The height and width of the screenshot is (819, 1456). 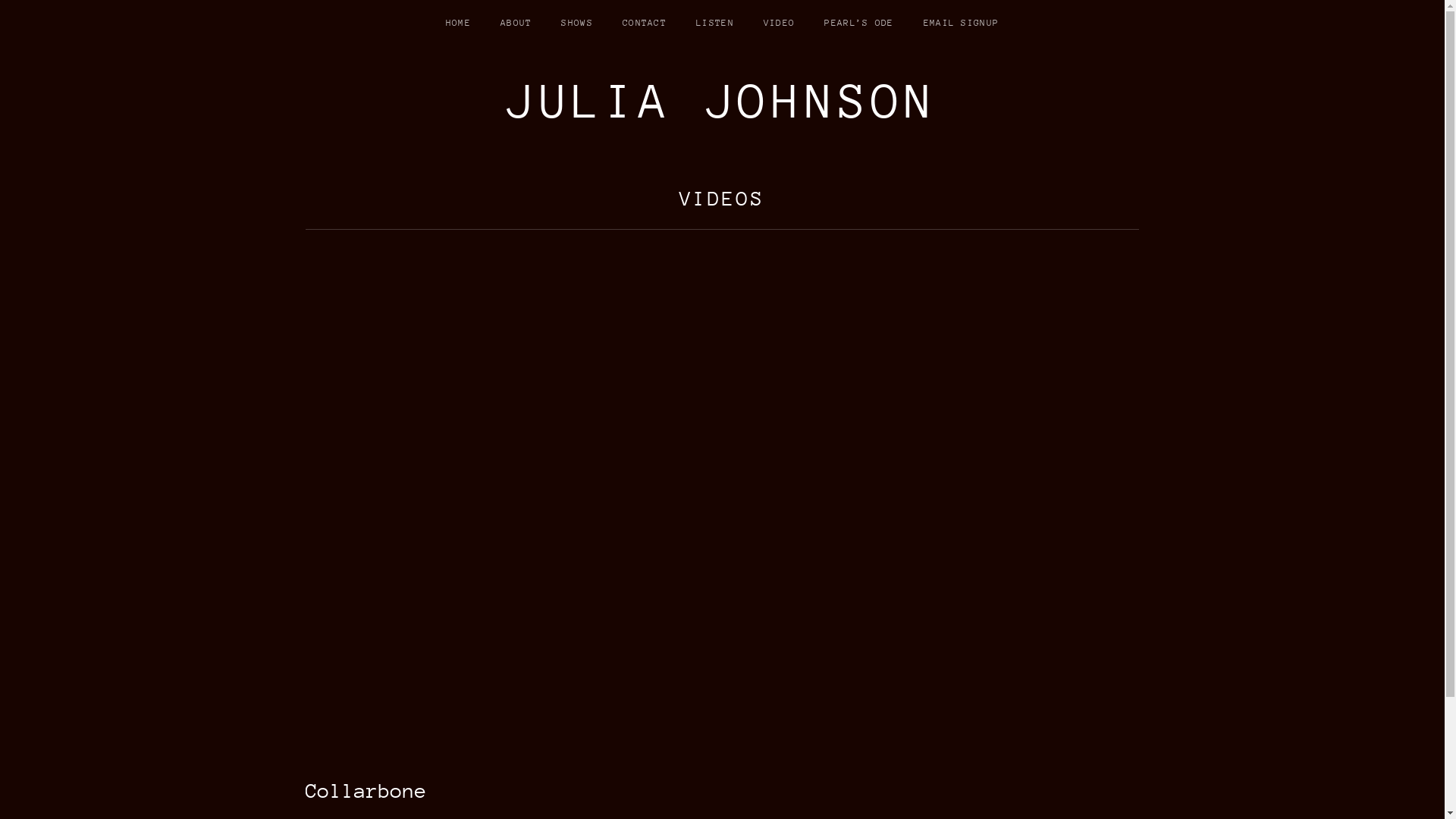 I want to click on 'JULIA JOHNSON', so click(x=721, y=101).